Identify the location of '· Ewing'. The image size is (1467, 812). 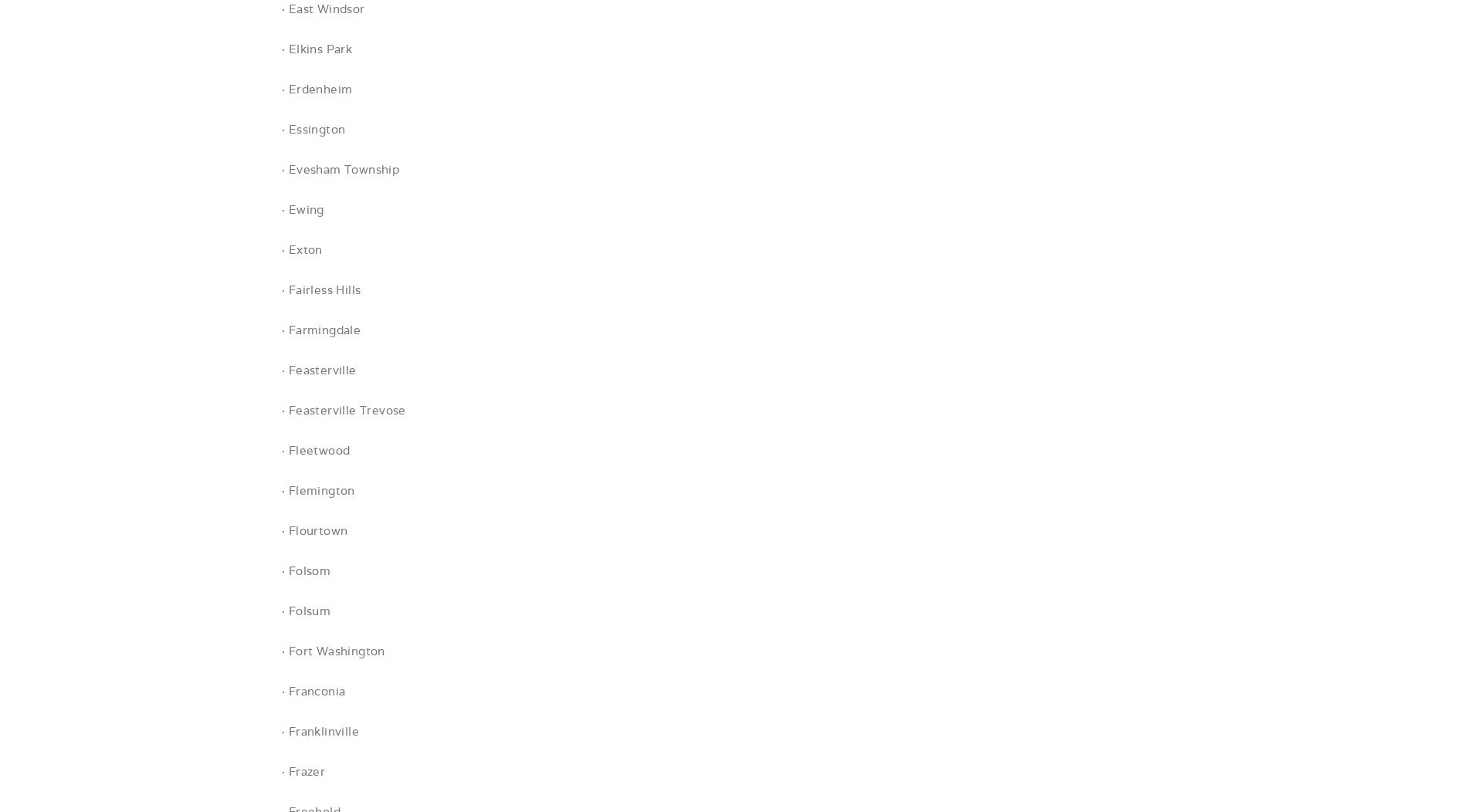
(301, 209).